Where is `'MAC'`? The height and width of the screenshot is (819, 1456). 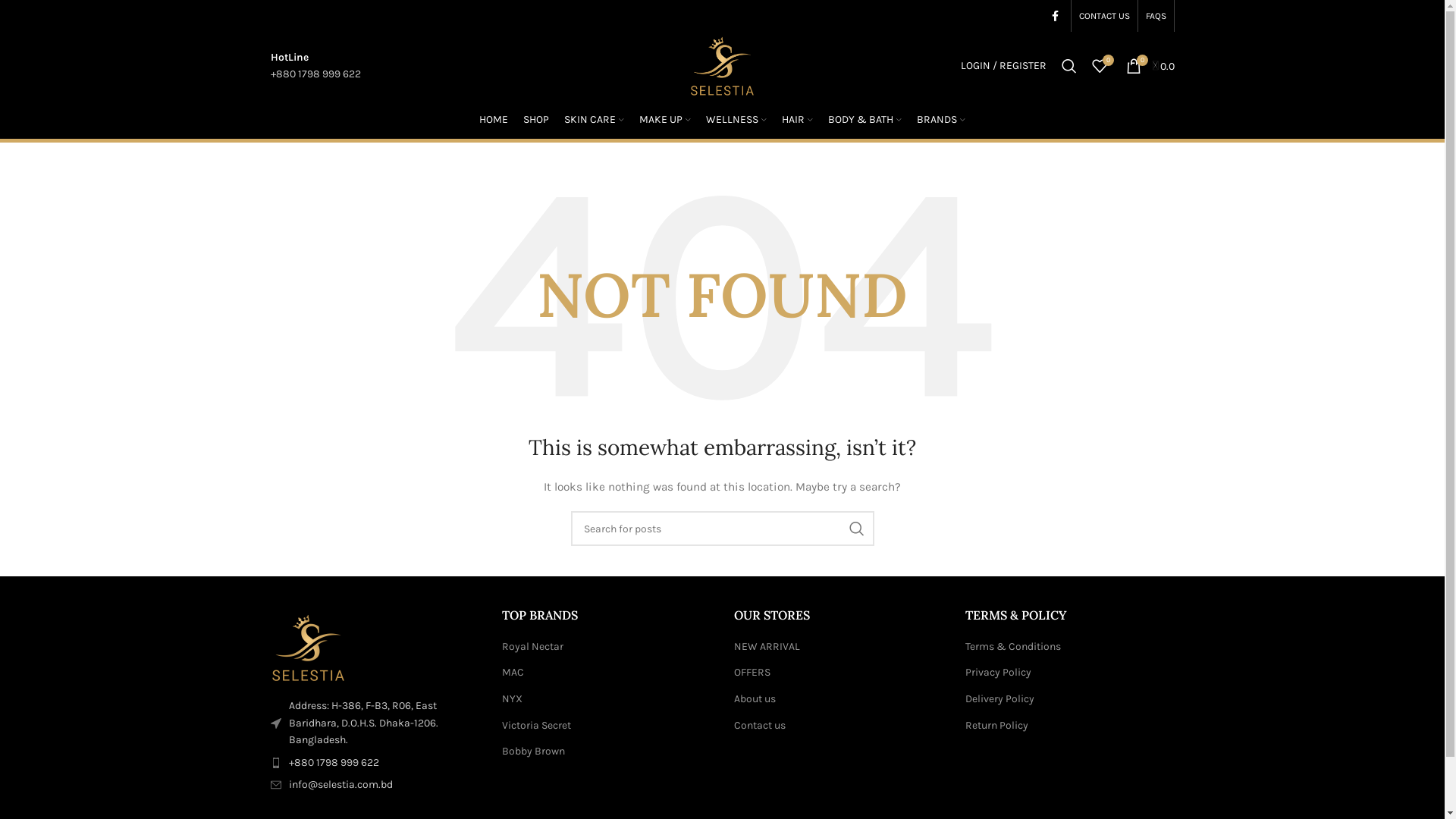 'MAC' is located at coordinates (513, 672).